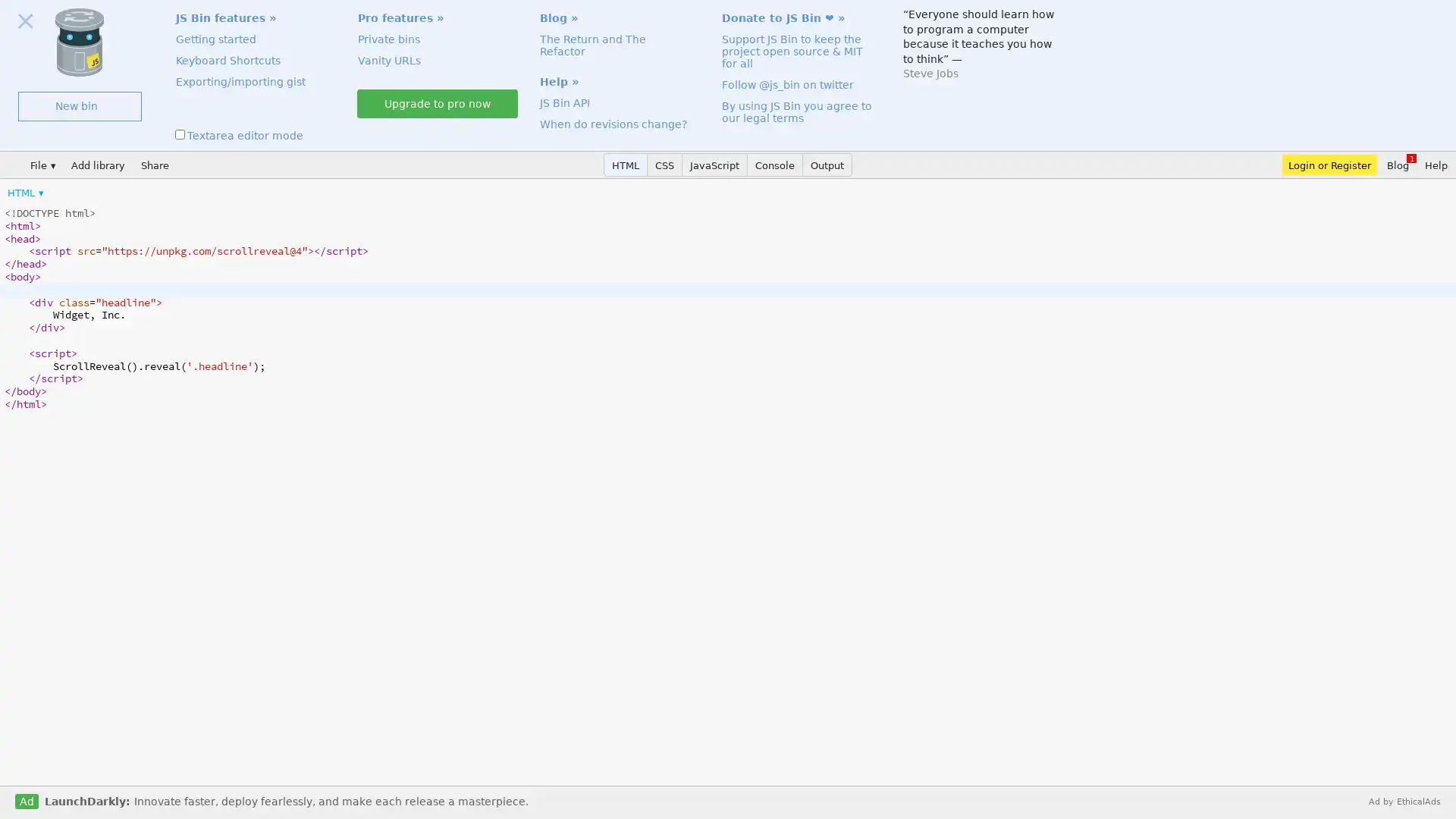  What do you see at coordinates (827, 165) in the screenshot?
I see `Output Panel: Inactive` at bounding box center [827, 165].